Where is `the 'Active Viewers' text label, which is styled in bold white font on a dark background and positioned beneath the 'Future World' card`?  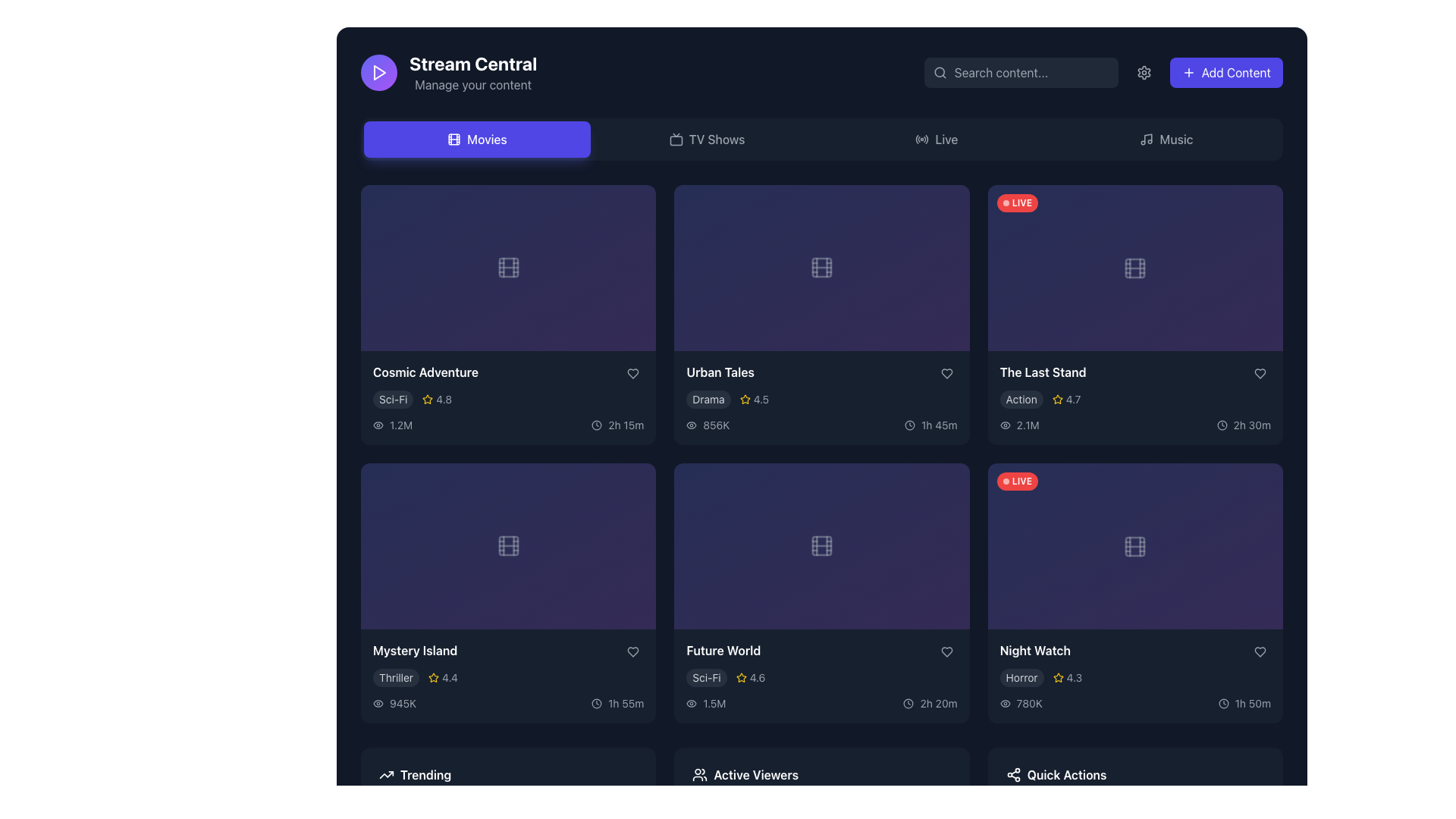 the 'Active Viewers' text label, which is styled in bold white font on a dark background and positioned beneath the 'Future World' card is located at coordinates (756, 775).